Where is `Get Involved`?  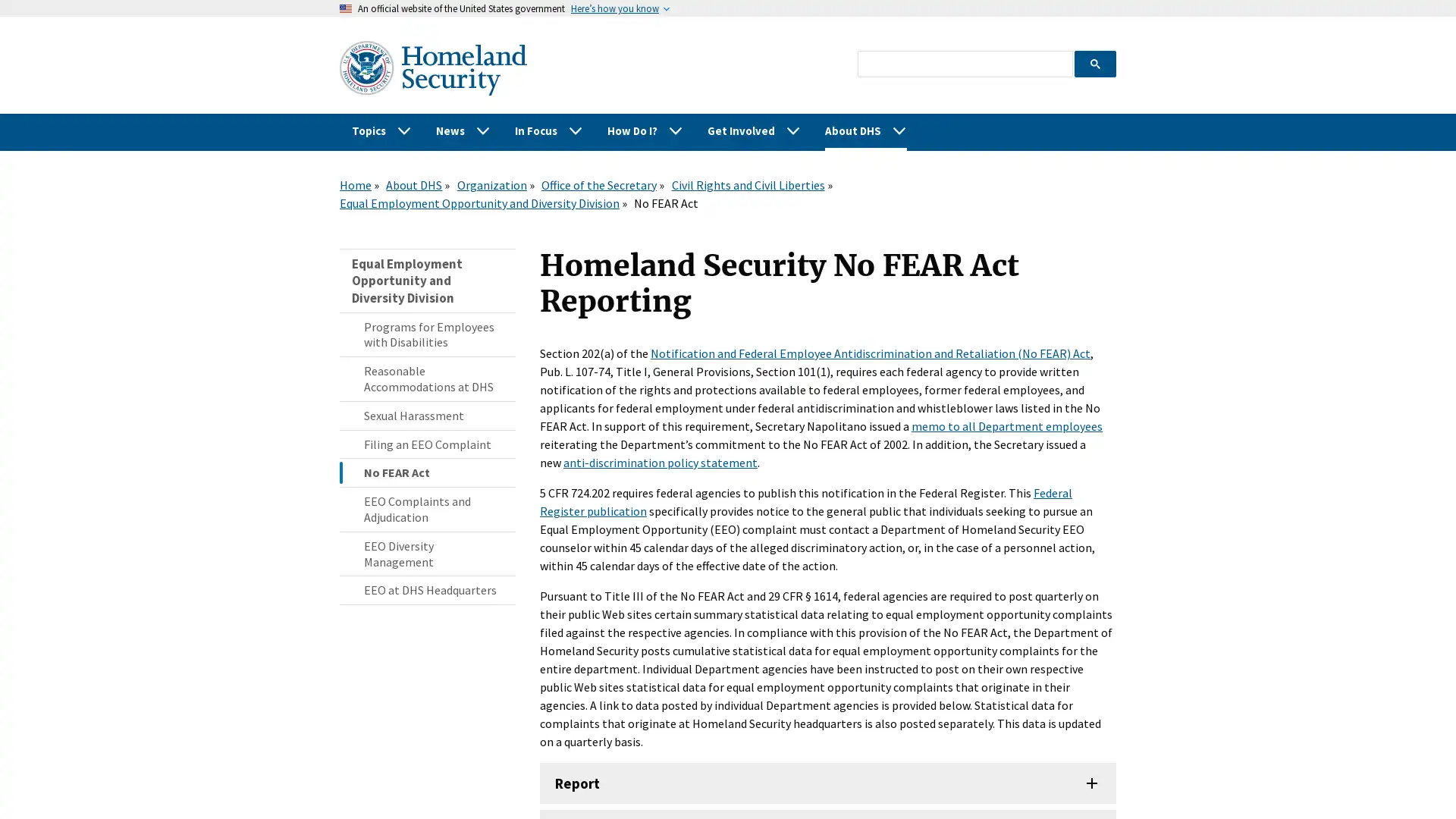
Get Involved is located at coordinates (754, 130).